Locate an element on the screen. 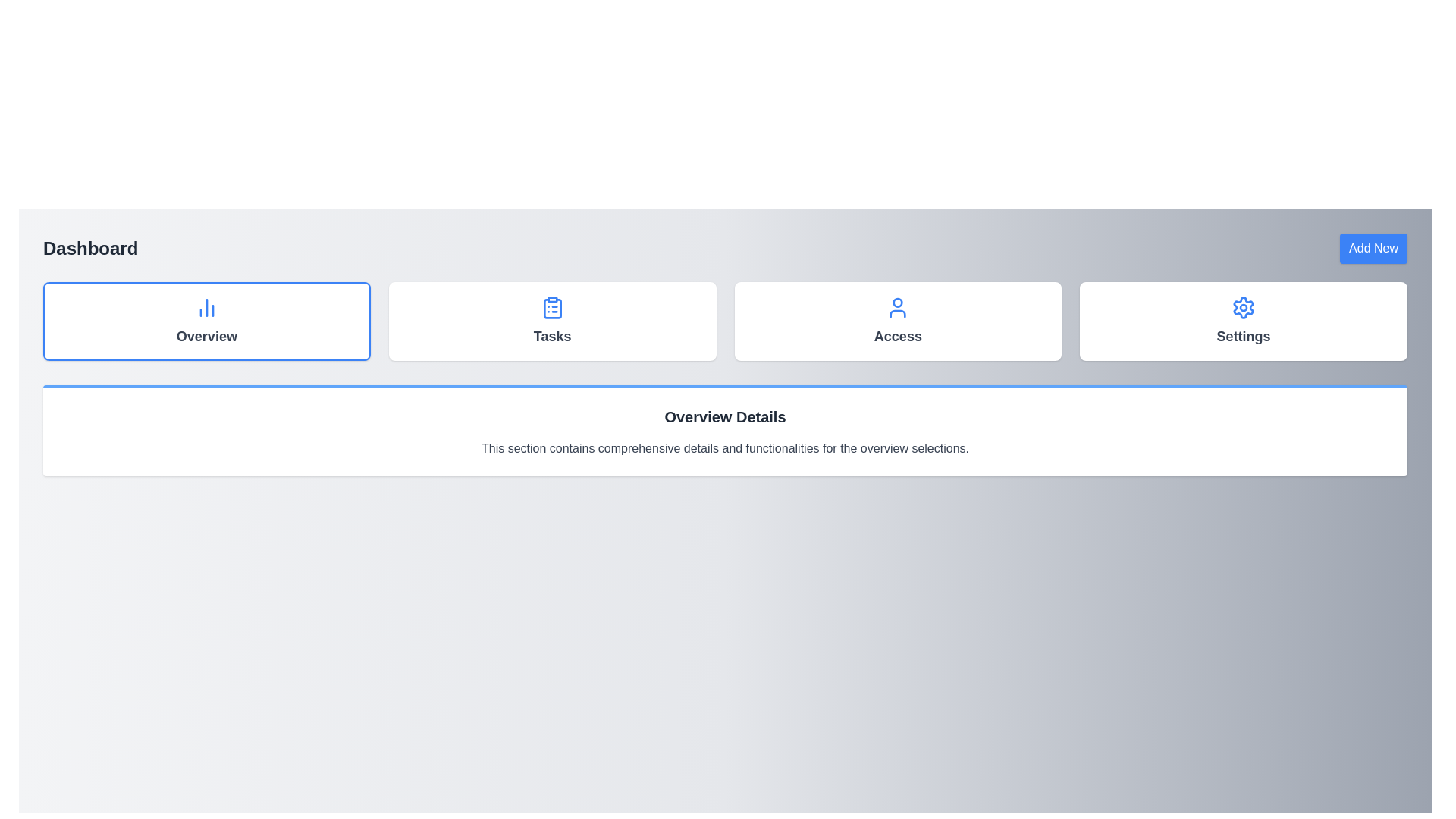 The width and height of the screenshot is (1456, 819). the 'Tasks' icon located above the text 'Tasks' is located at coordinates (551, 307).